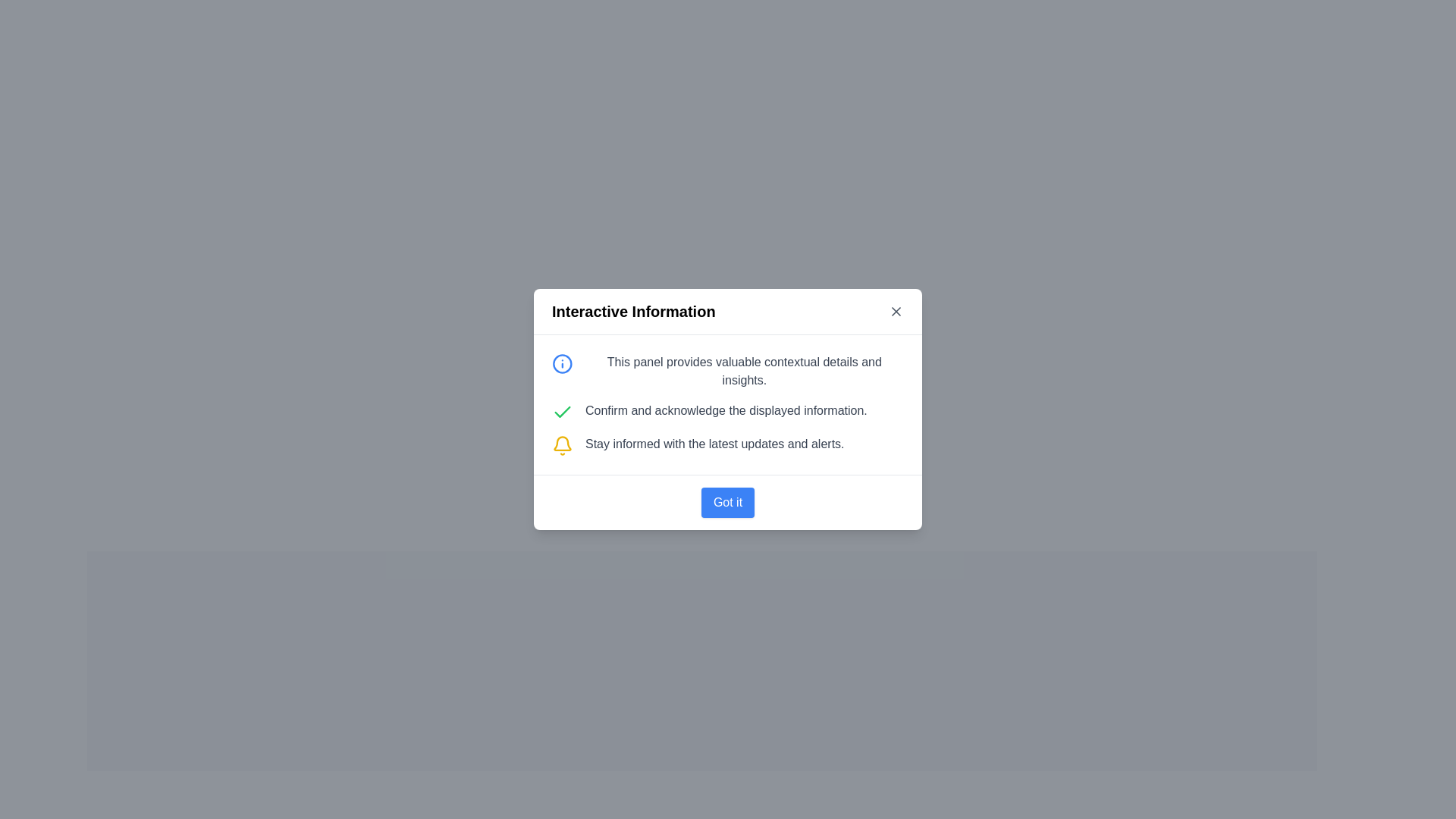 Image resolution: width=1456 pixels, height=819 pixels. I want to click on the green checkmark icon that is the leftmost in the second row, positioned before the text 'Confirm and acknowledge the displayed information.', so click(562, 412).